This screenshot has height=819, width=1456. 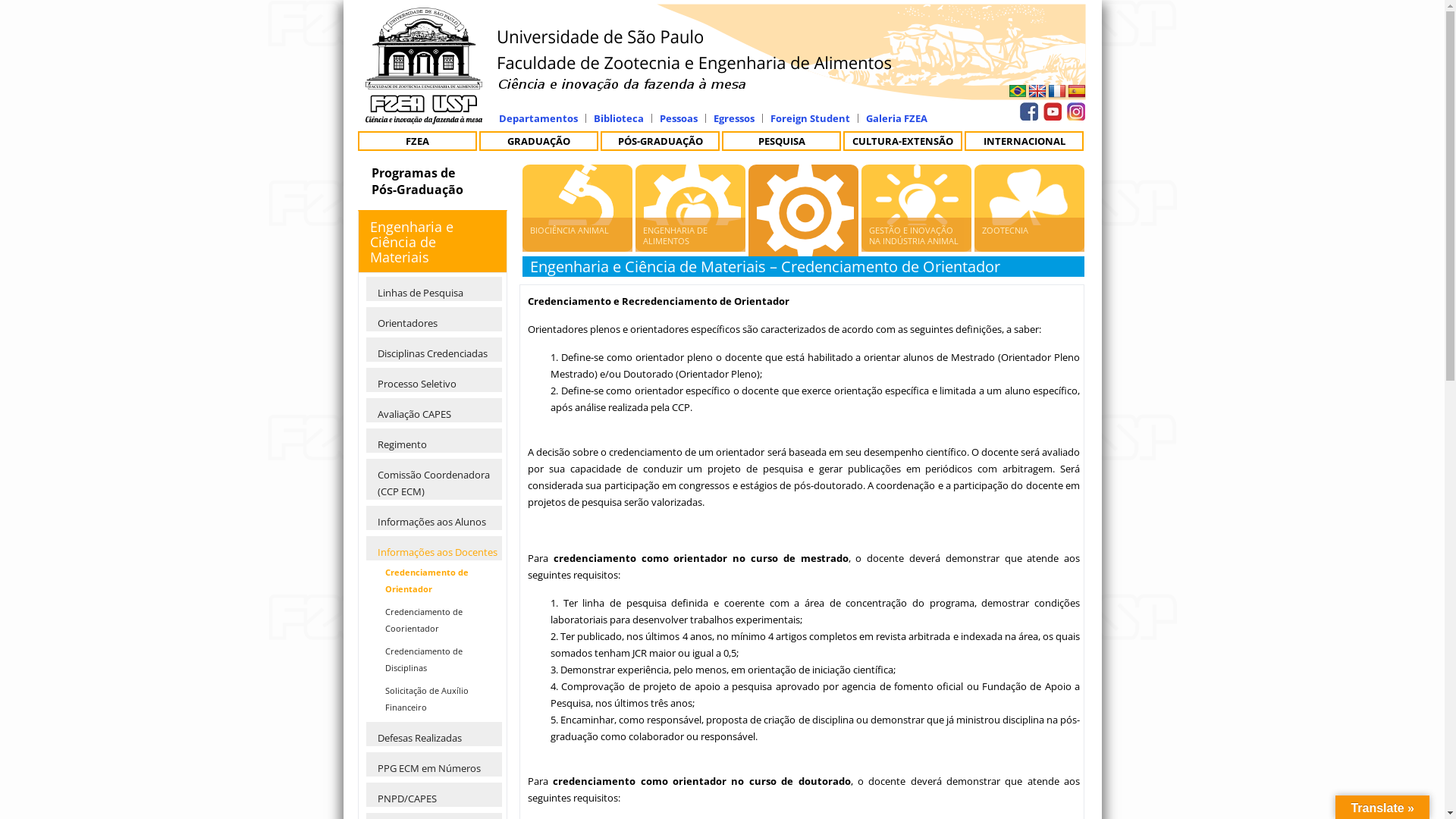 I want to click on 'INTERNACIONAL', so click(x=1024, y=140).